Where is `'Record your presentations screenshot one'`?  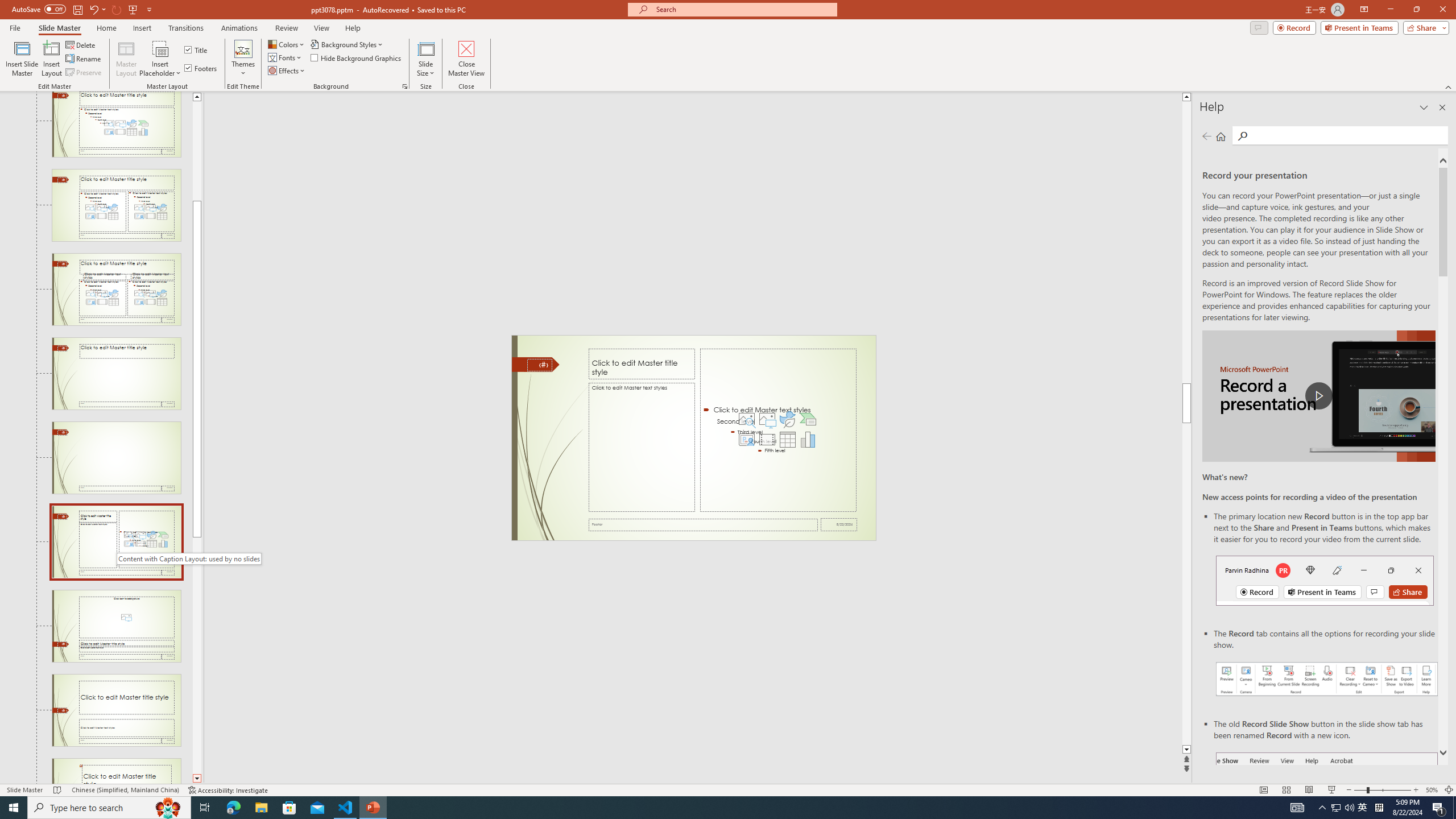
'Record your presentations screenshot one' is located at coordinates (1326, 678).